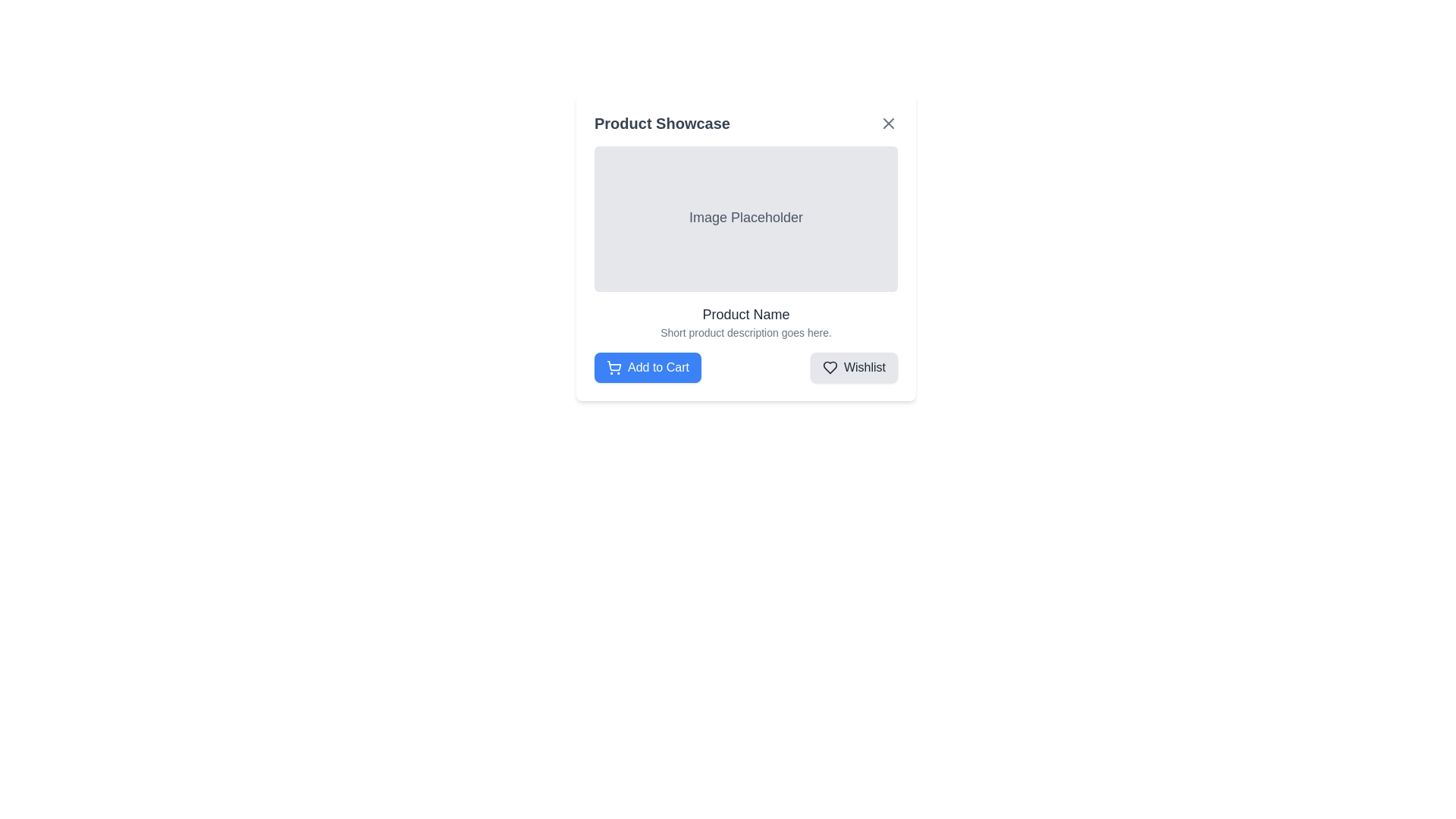 This screenshot has width=1456, height=819. Describe the element at coordinates (662, 122) in the screenshot. I see `the prominently styled heading text 'Product Showcase' located at the top center of the interface` at that location.